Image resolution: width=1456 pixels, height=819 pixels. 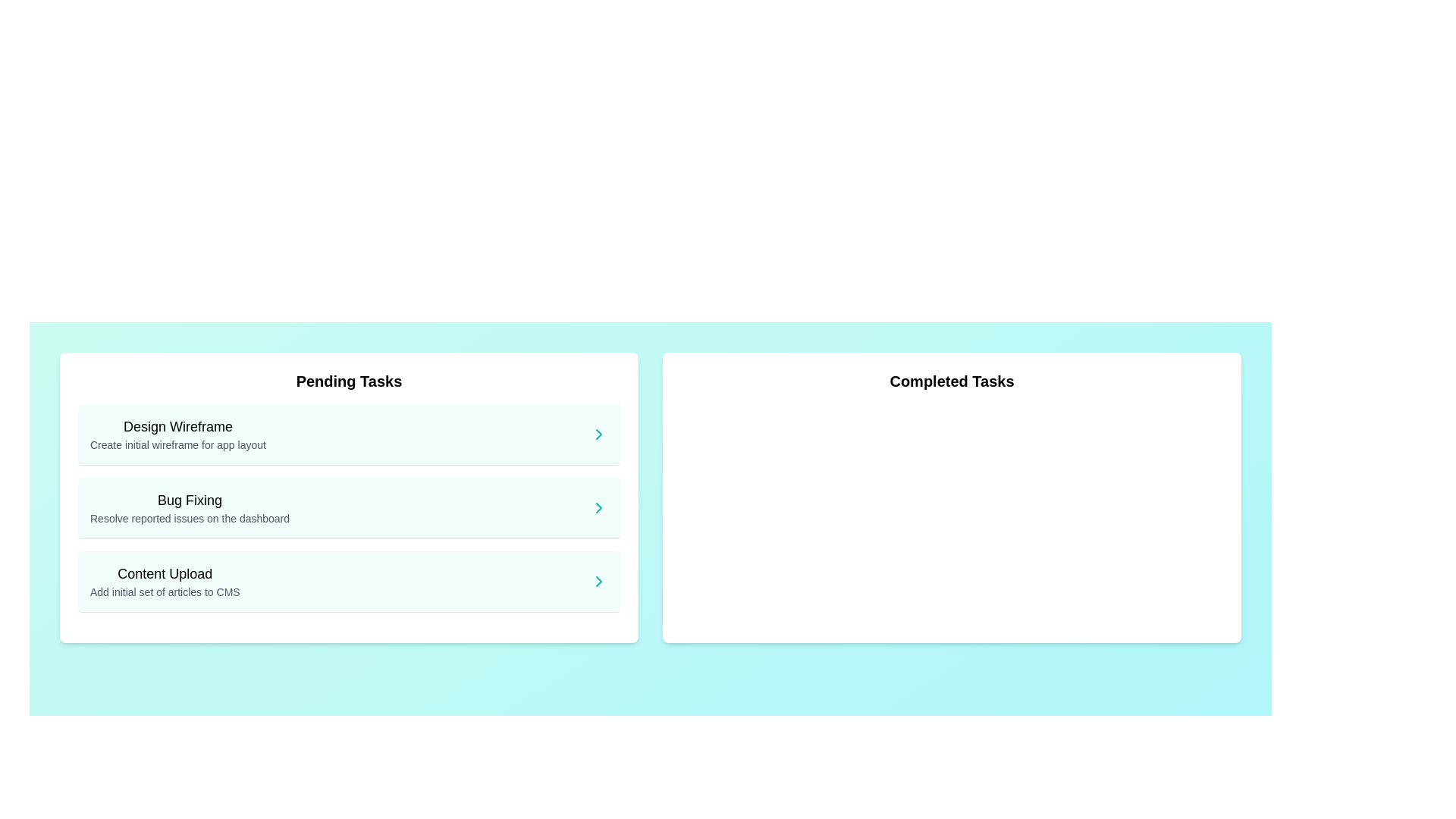 I want to click on the task label in the 'Pending Tasks' list to highlight it, which indicates the user needs to address reported issues on the dashboard, so click(x=189, y=508).